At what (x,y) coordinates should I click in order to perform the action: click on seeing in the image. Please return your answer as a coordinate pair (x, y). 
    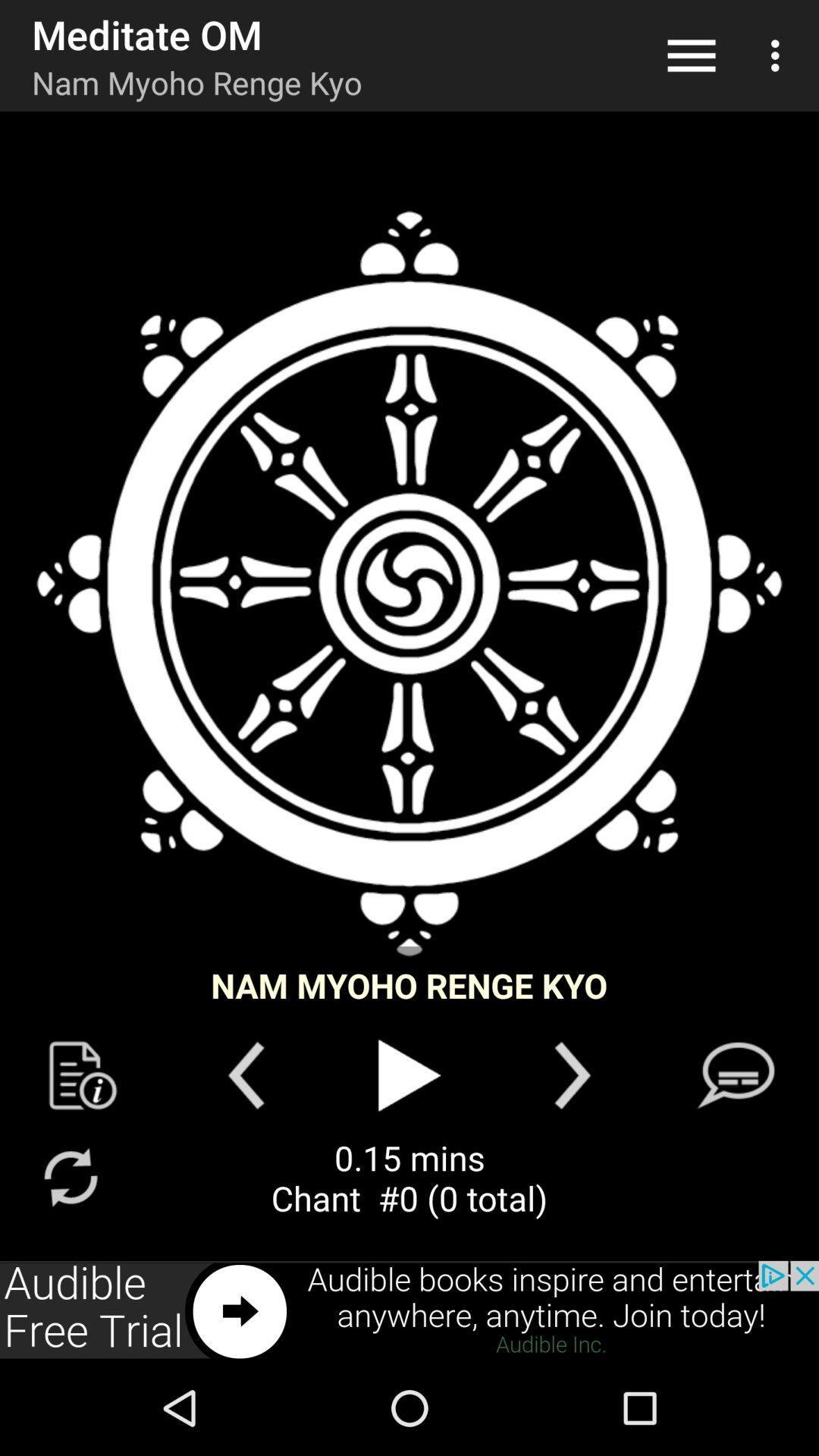
    Looking at the image, I should click on (409, 582).